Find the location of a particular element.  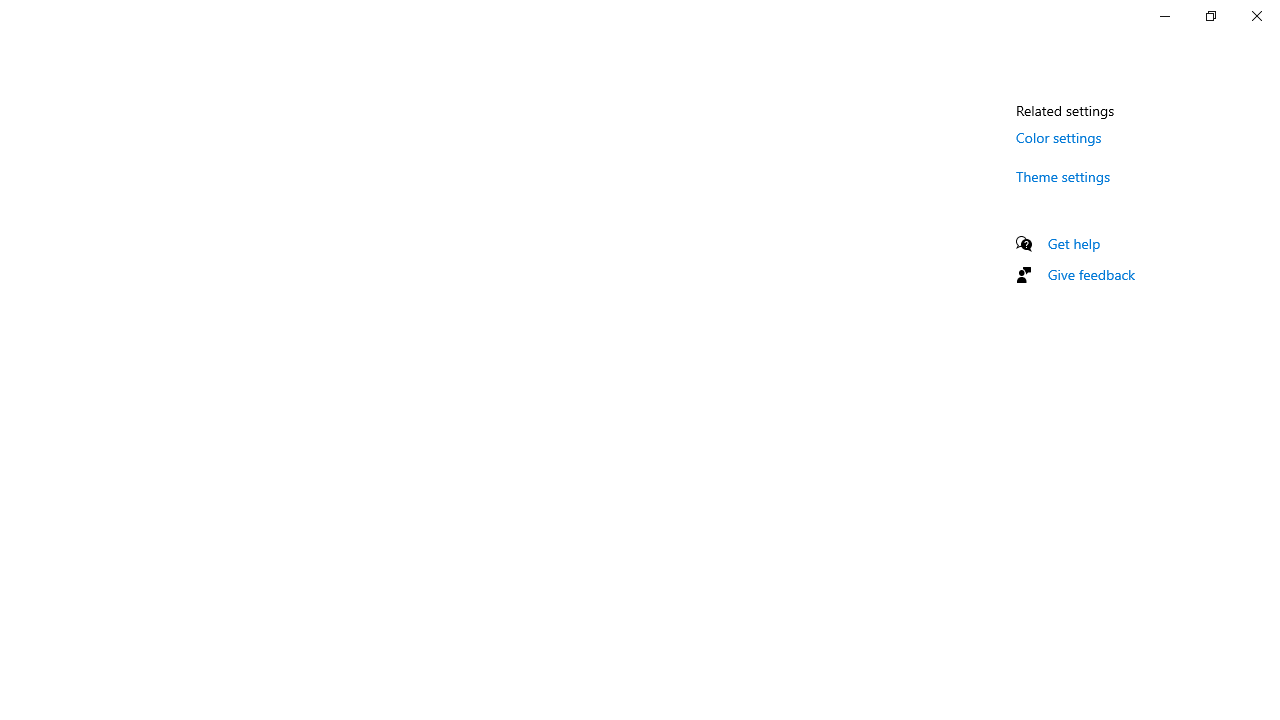

'Close Settings' is located at coordinates (1255, 15).